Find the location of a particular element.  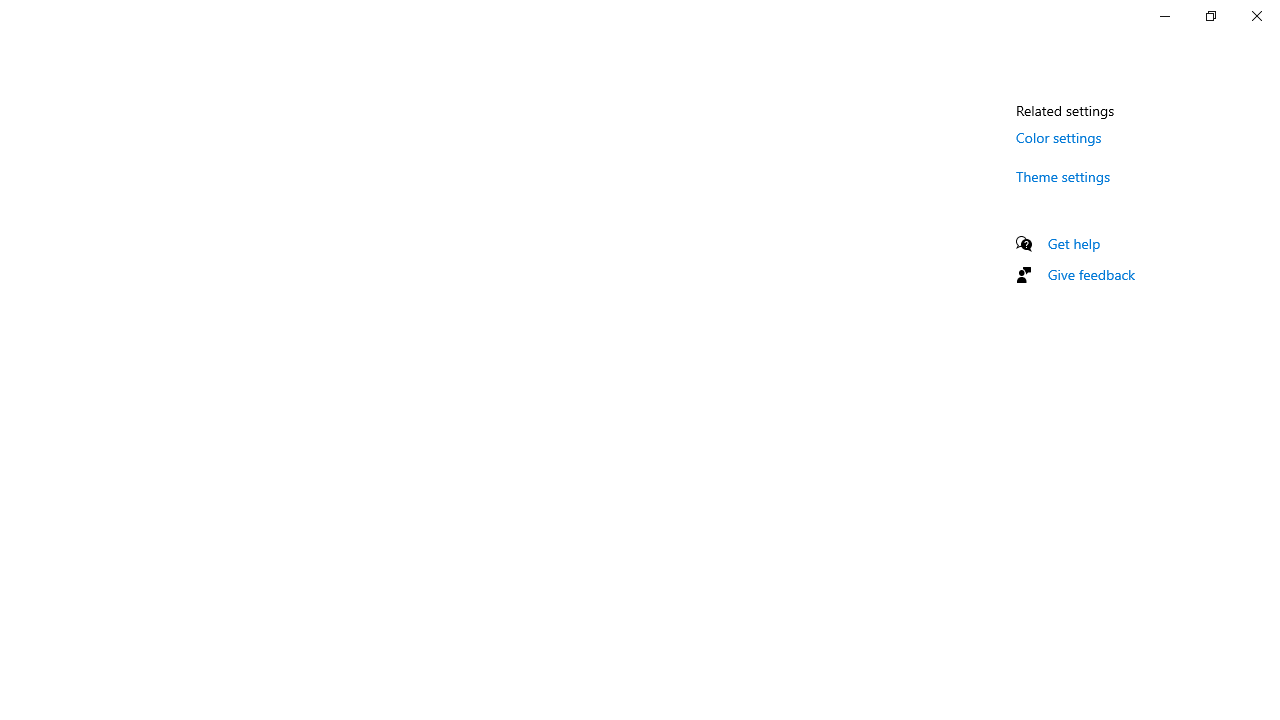

'Close Settings' is located at coordinates (1255, 15).